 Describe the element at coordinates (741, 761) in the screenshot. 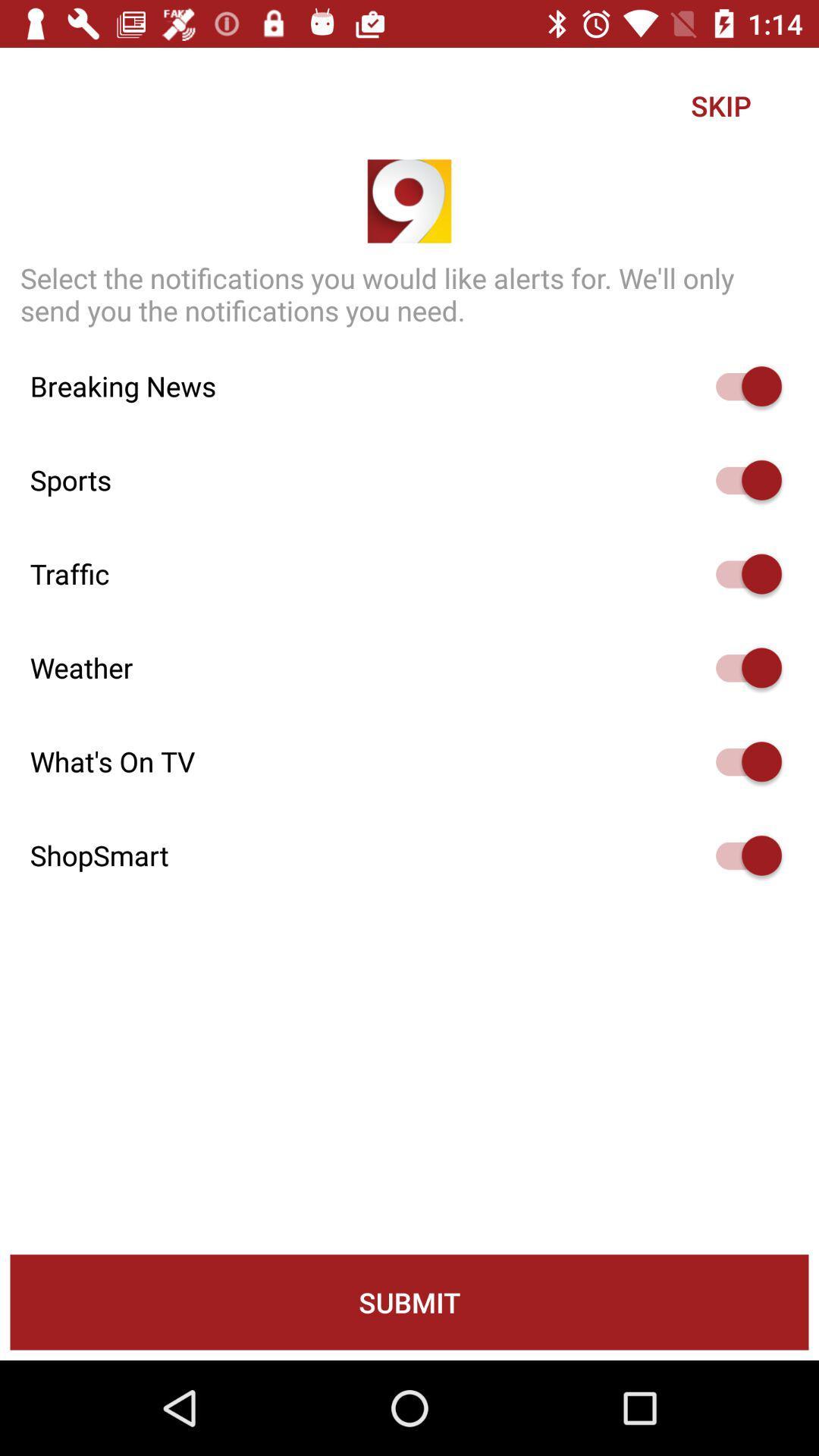

I see `option` at that location.